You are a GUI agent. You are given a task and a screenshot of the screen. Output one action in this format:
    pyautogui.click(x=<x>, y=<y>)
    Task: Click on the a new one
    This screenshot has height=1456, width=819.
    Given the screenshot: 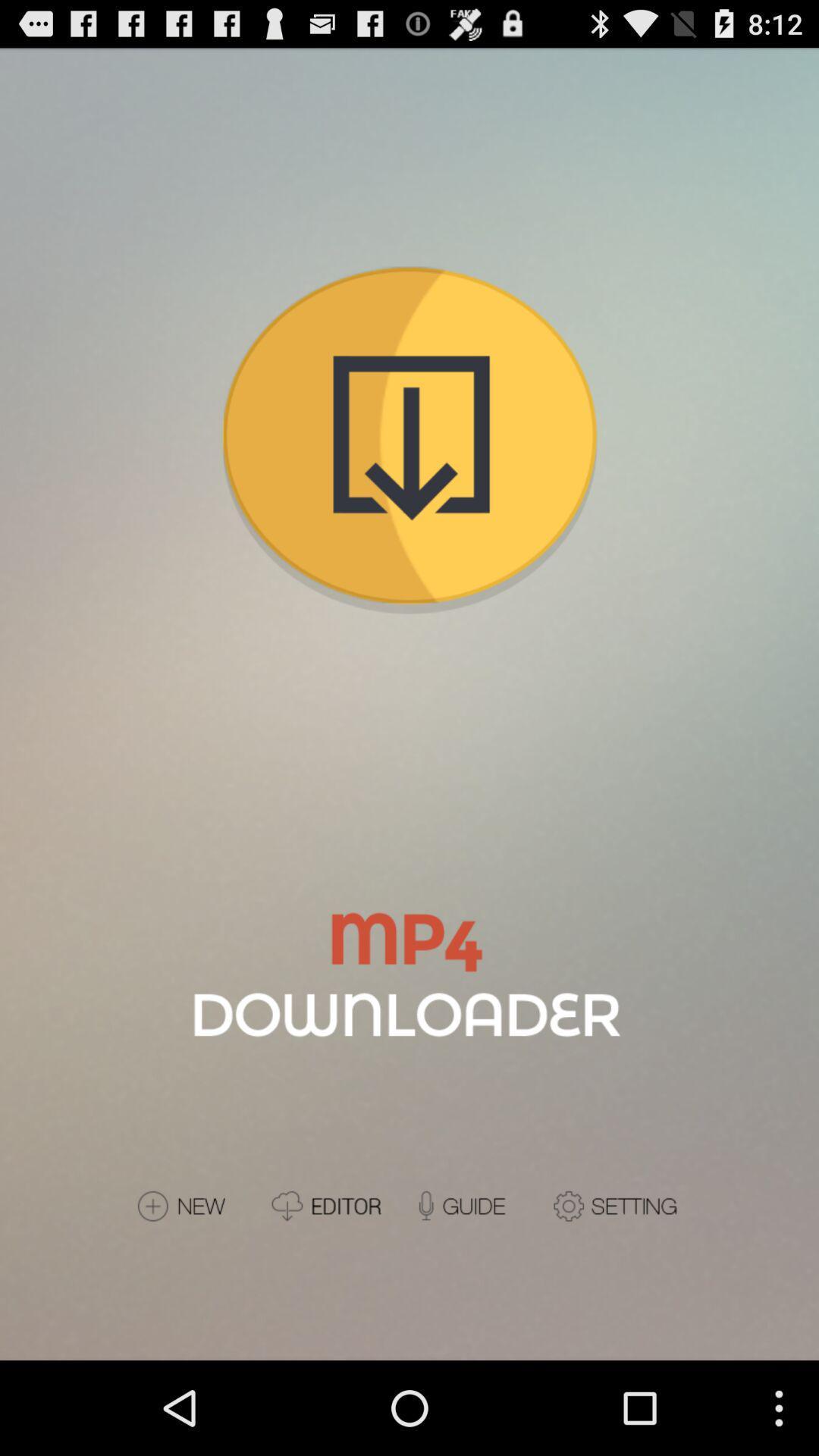 What is the action you would take?
    pyautogui.click(x=196, y=1205)
    